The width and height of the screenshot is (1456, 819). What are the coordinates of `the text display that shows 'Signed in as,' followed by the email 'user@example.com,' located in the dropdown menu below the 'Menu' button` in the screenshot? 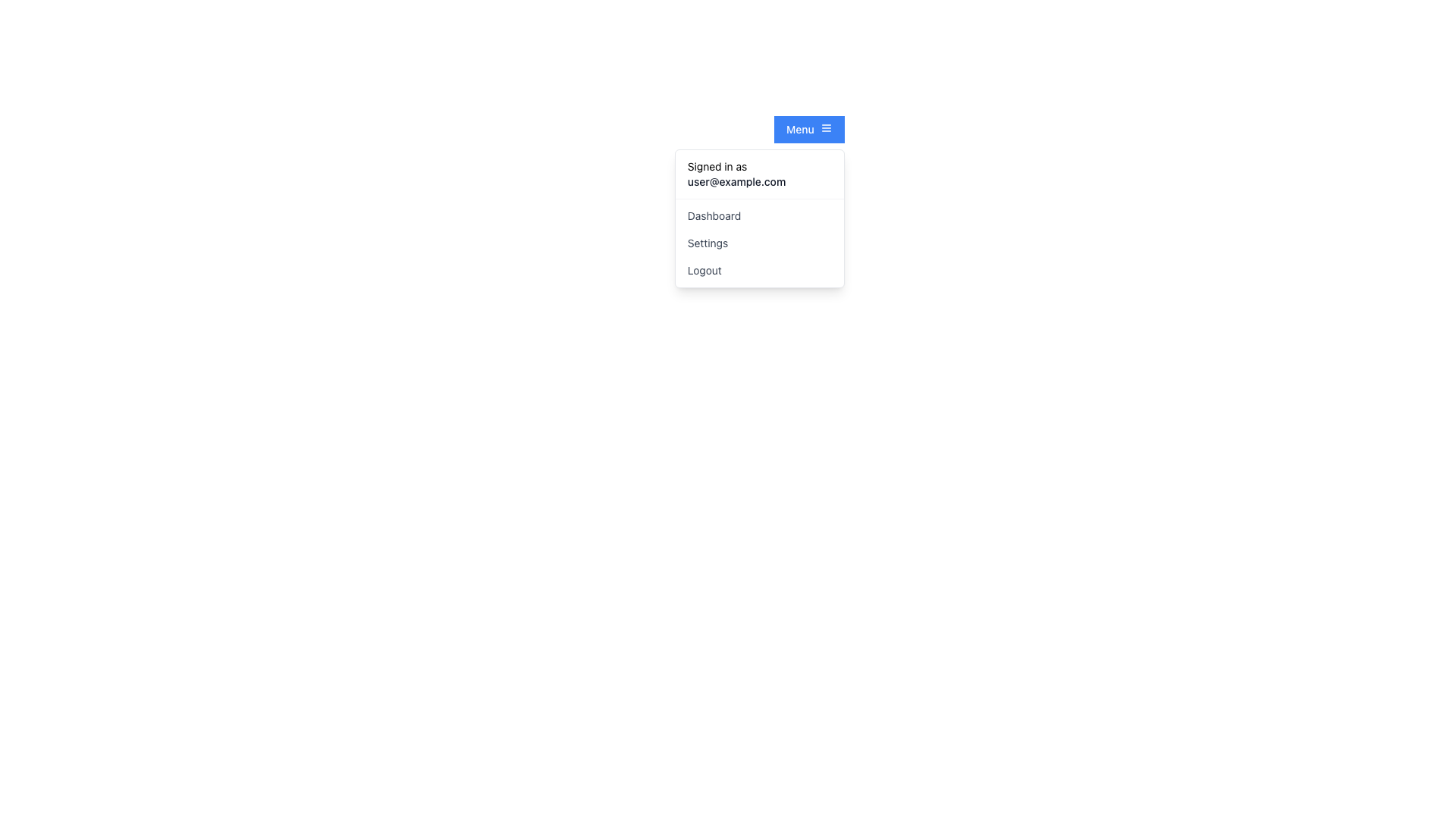 It's located at (759, 174).